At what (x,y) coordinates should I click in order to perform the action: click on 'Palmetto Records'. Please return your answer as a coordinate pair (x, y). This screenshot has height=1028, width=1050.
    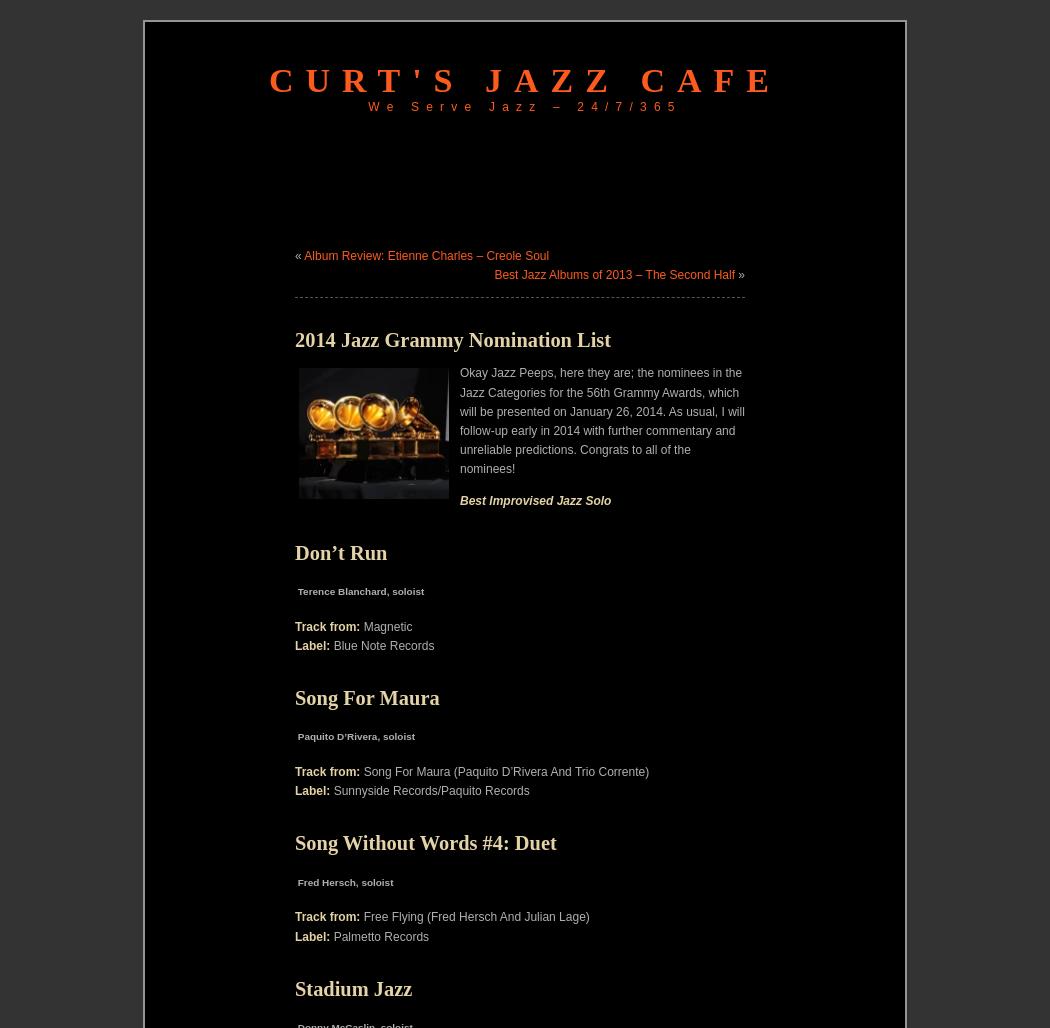
    Looking at the image, I should click on (330, 935).